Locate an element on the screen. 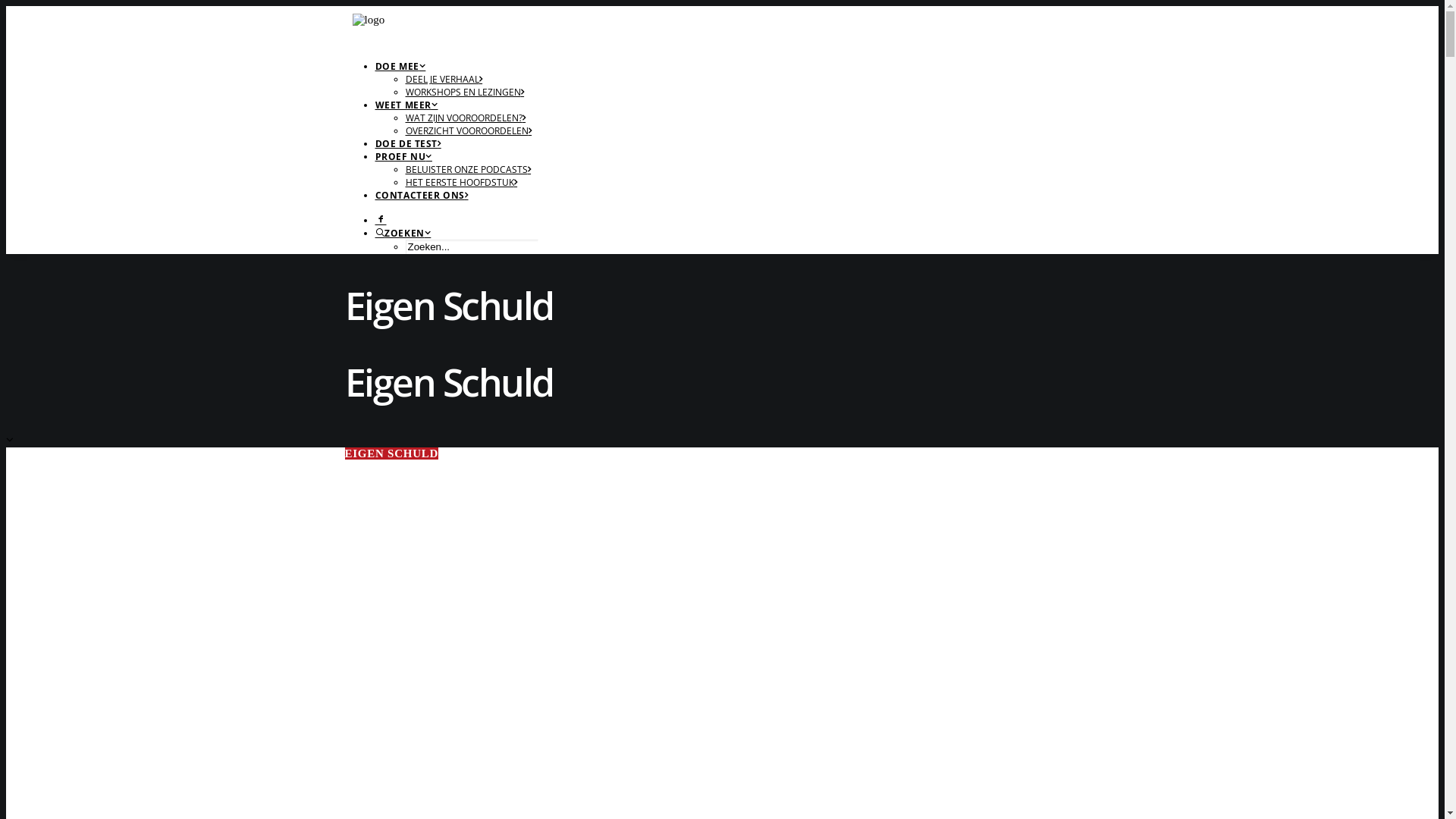 The image size is (1456, 819). 'WAT ZIJN VOOROORDELEN?' is located at coordinates (464, 117).